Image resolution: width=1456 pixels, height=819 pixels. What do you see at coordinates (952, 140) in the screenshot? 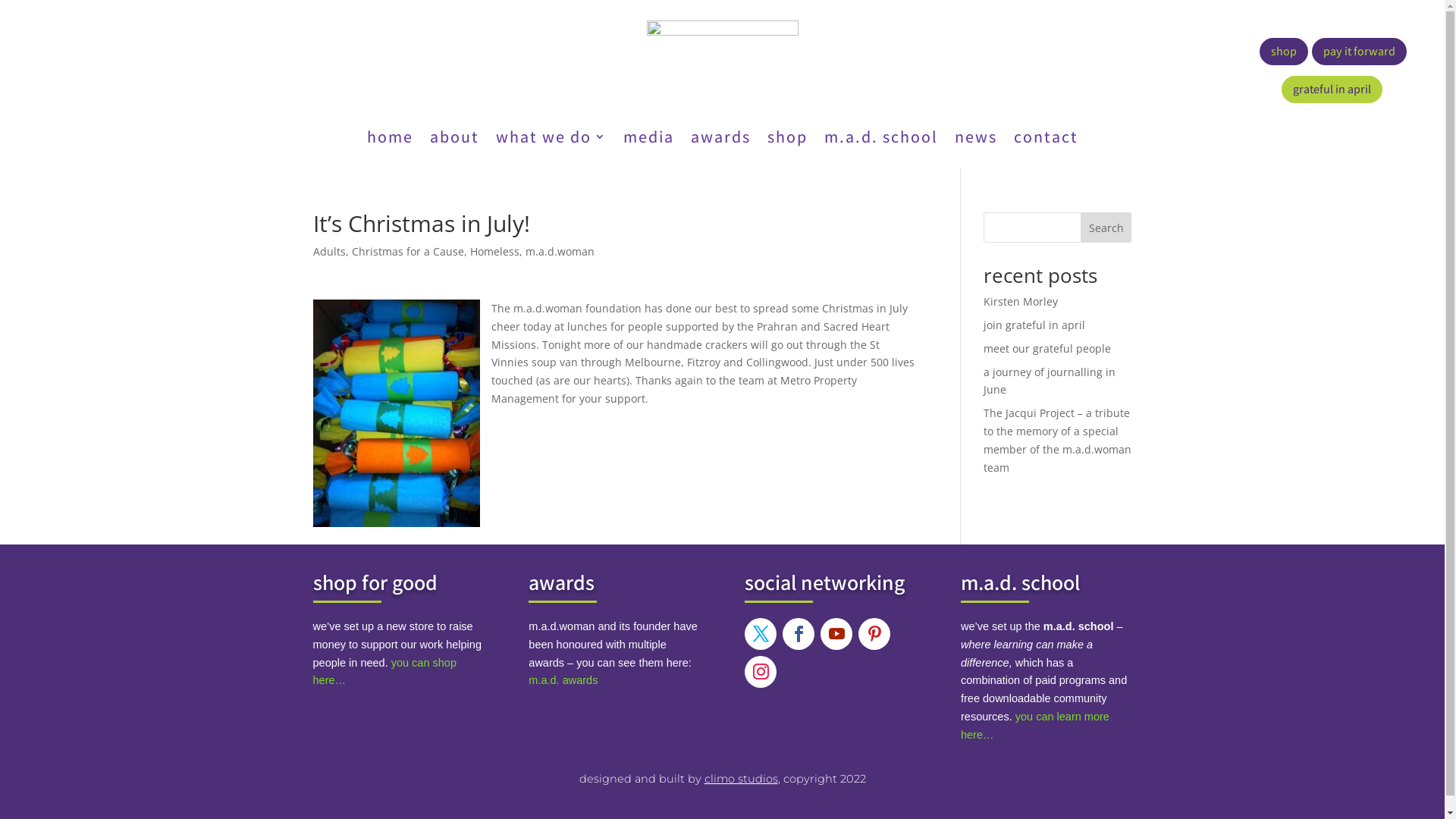
I see `'news'` at bounding box center [952, 140].